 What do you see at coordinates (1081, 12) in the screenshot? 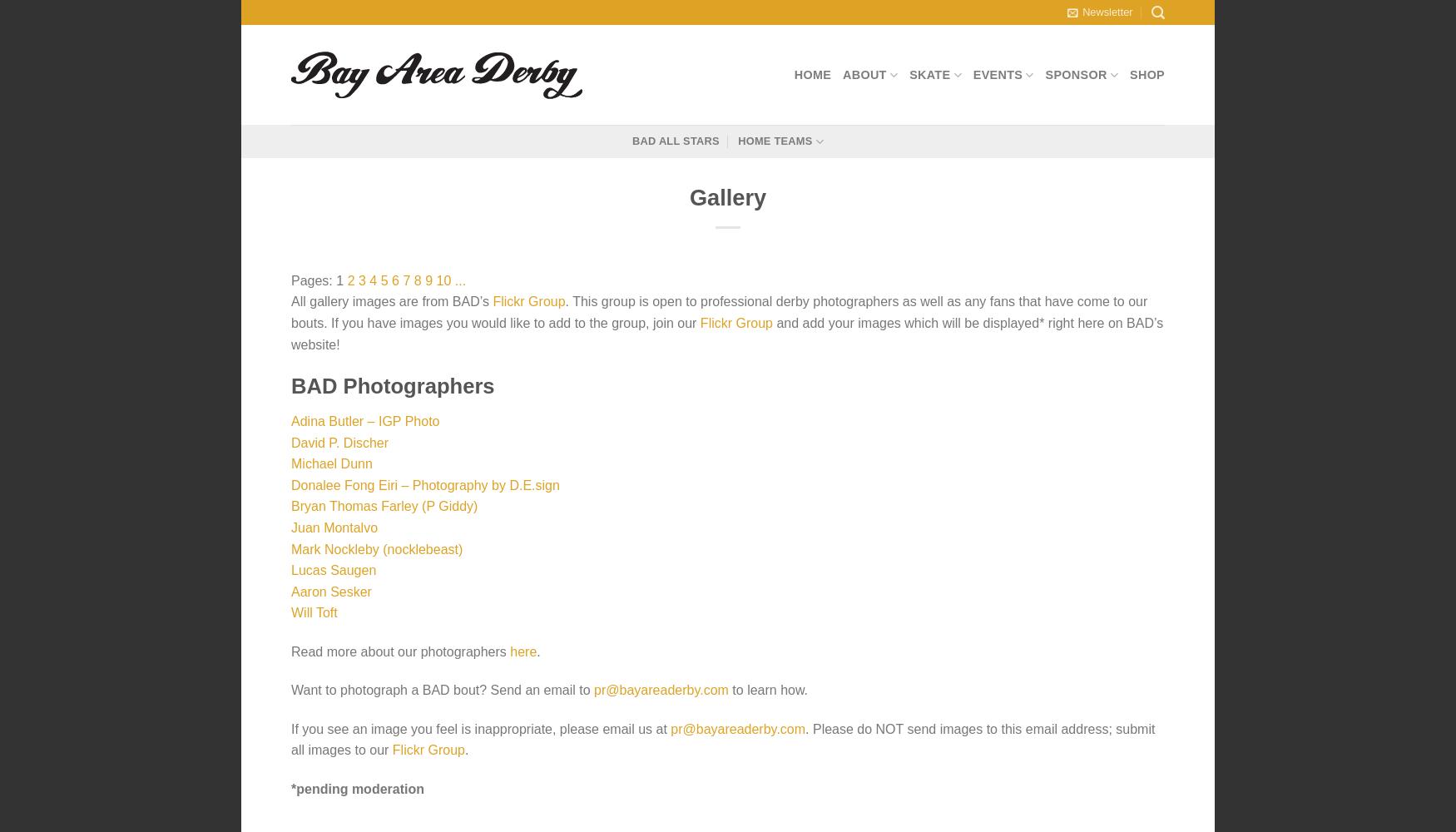
I see `'Newsletter'` at bounding box center [1081, 12].